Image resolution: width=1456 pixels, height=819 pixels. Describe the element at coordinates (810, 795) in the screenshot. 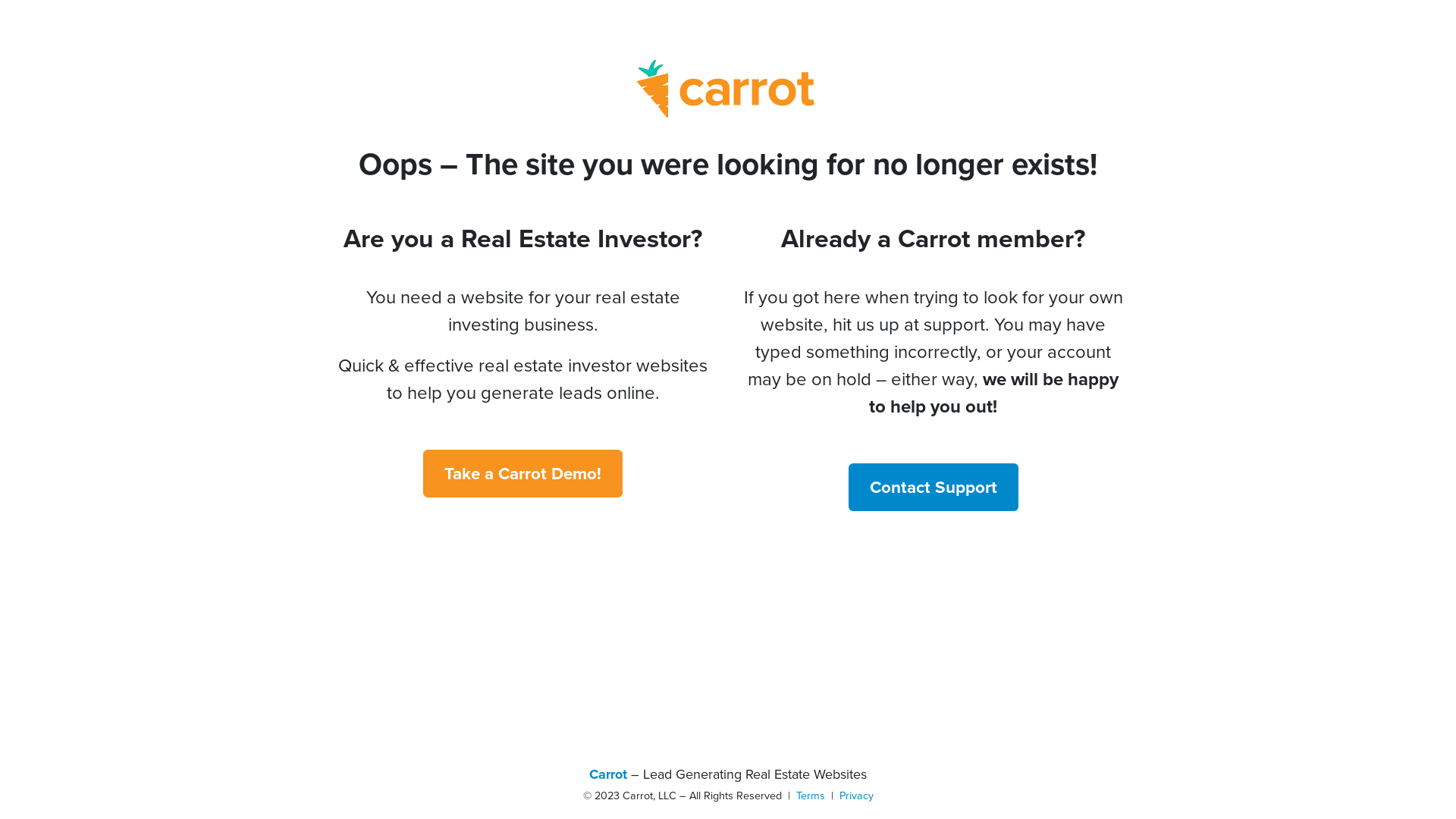

I see `'Terms'` at that location.